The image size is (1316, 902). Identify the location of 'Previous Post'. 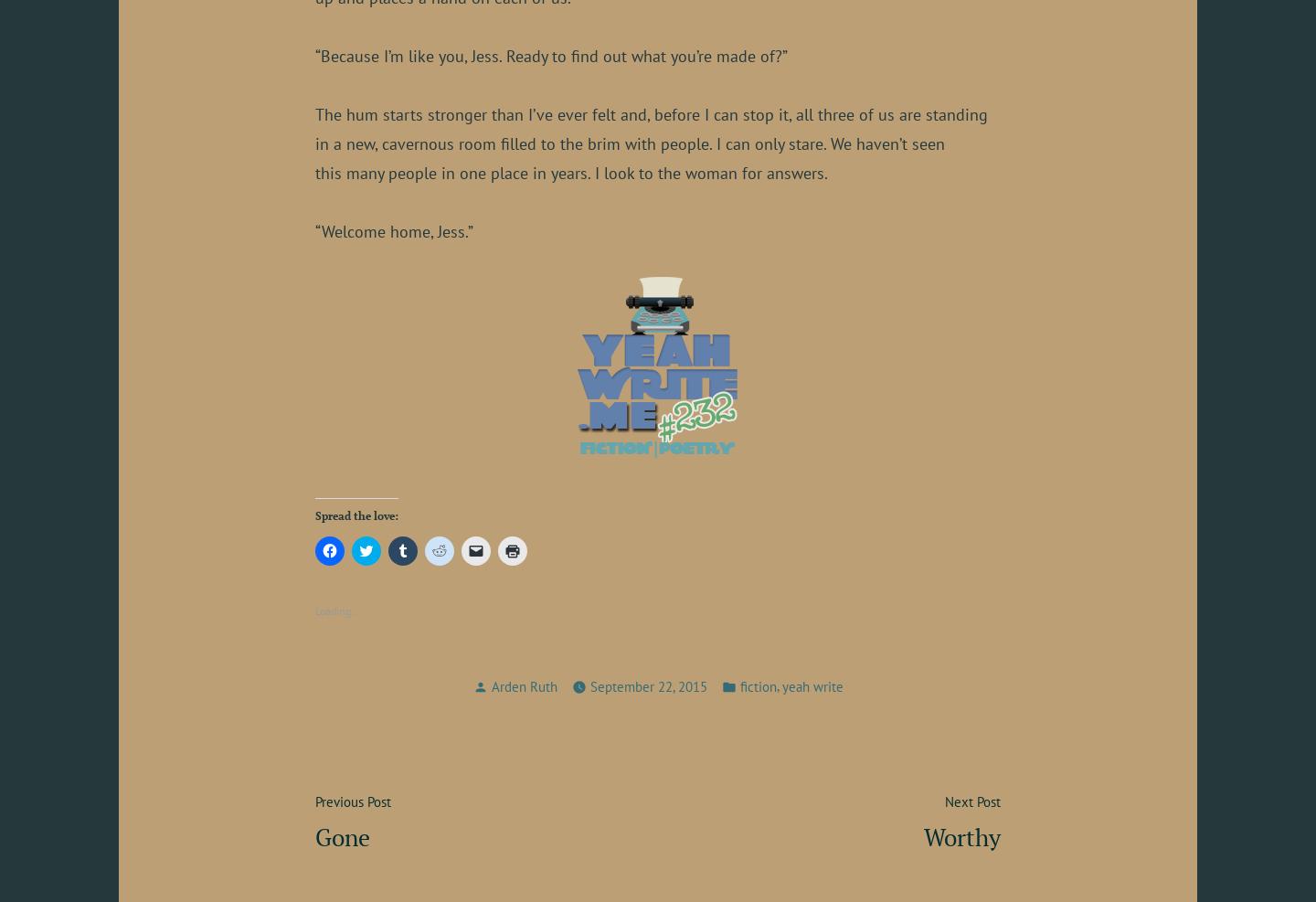
(352, 801).